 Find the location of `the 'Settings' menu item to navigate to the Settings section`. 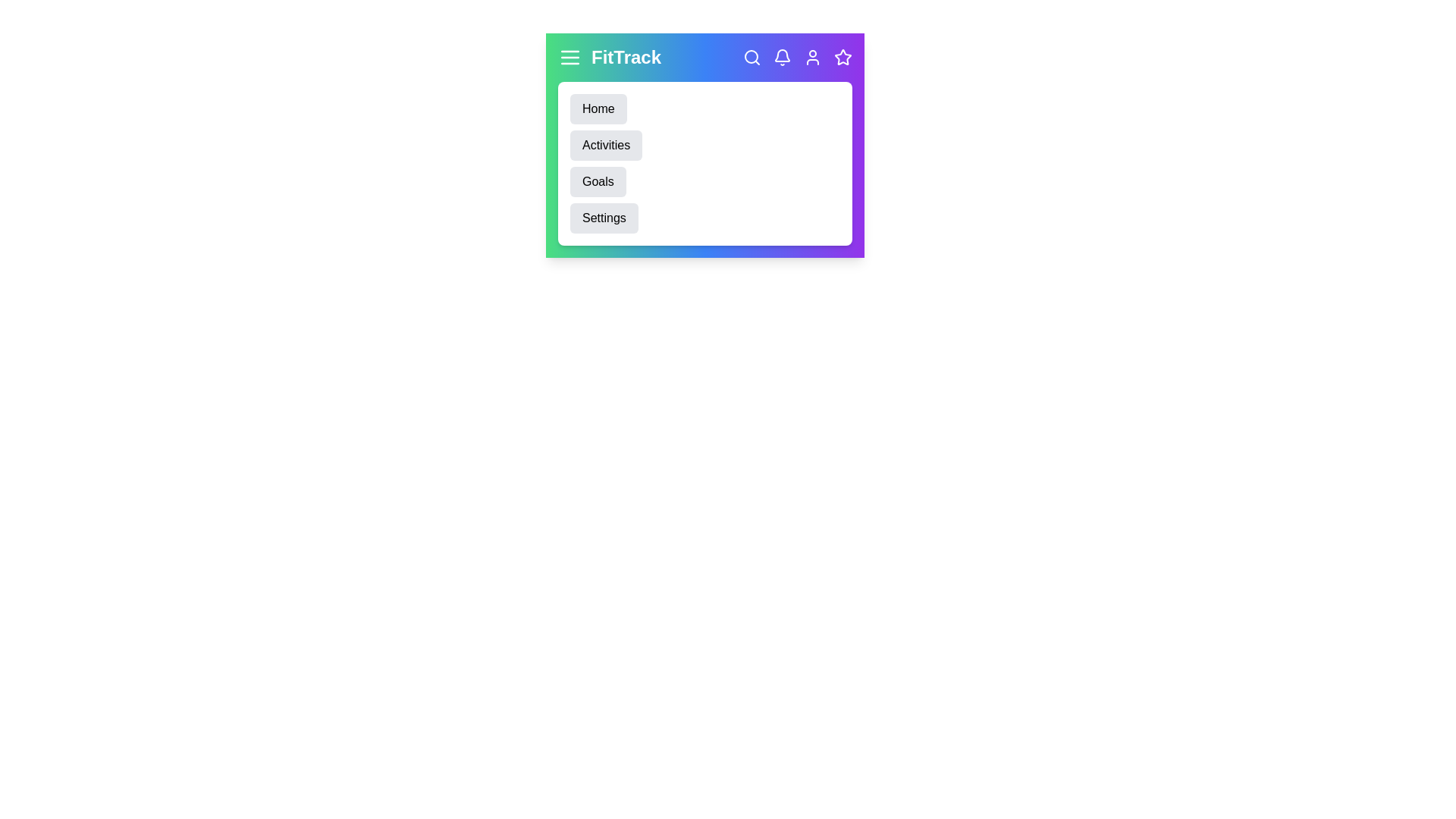

the 'Settings' menu item to navigate to the Settings section is located at coordinates (603, 218).